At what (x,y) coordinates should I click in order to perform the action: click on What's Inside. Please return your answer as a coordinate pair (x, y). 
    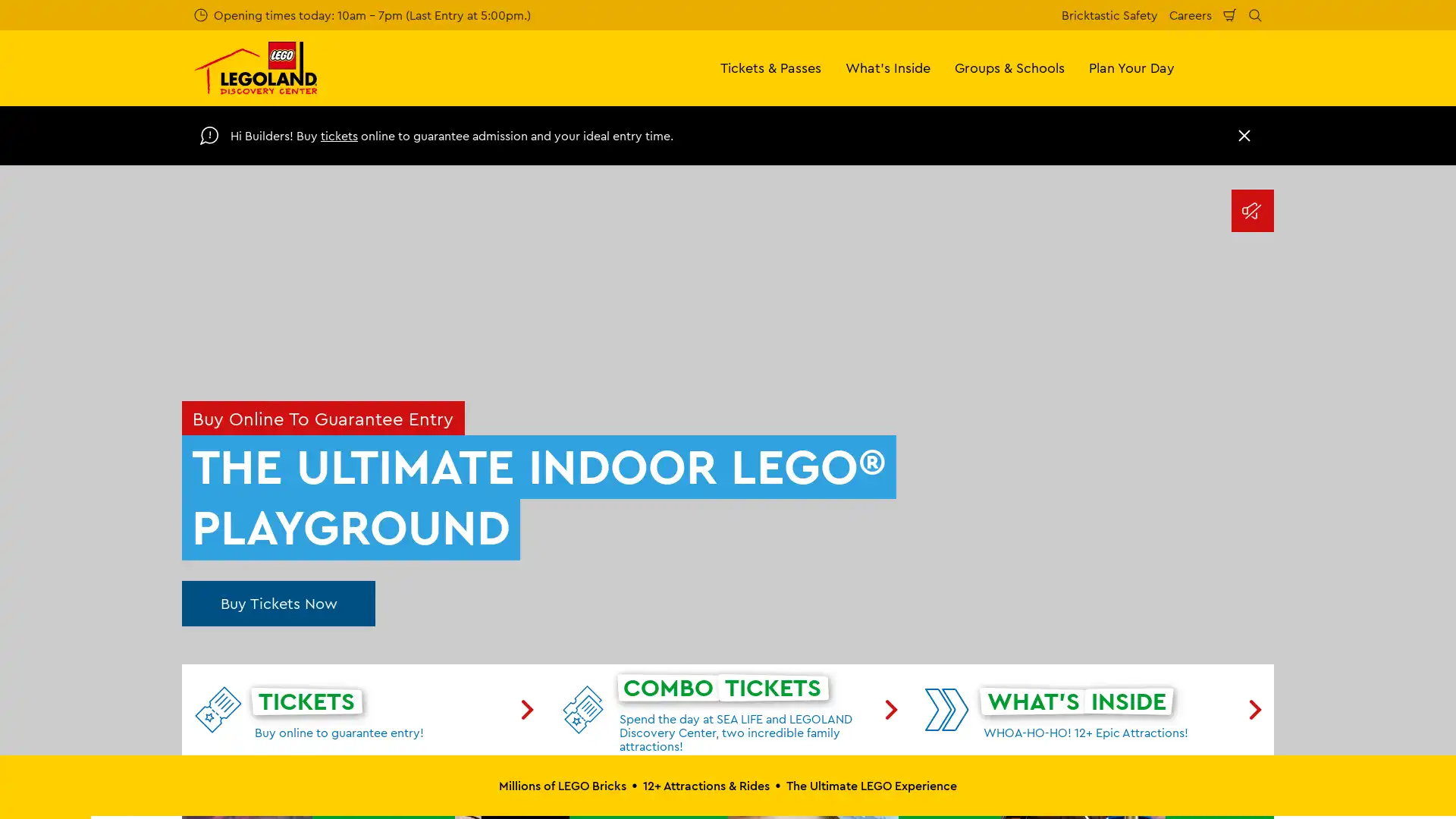
    Looking at the image, I should click on (888, 67).